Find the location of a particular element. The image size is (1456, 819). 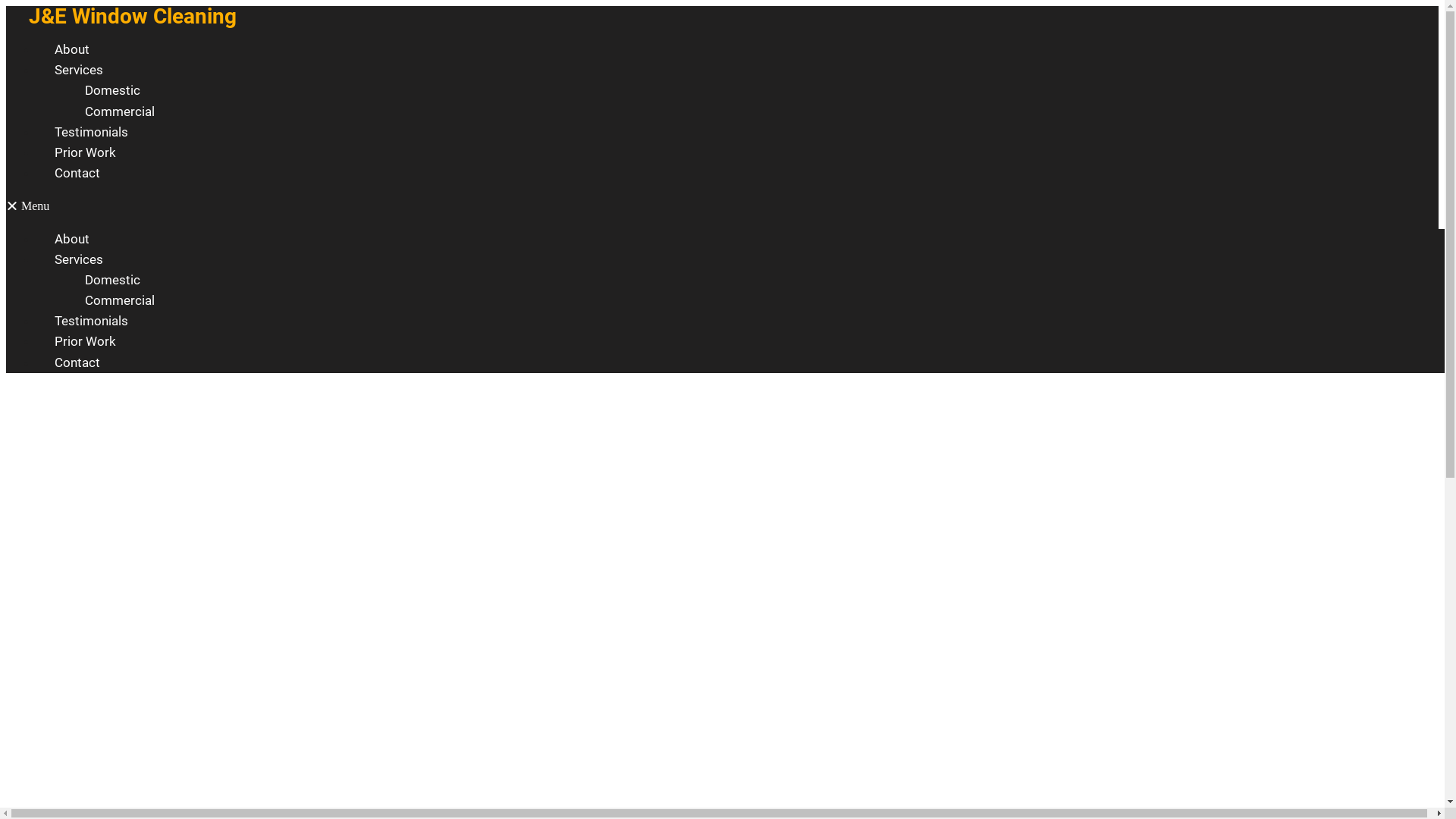

'Skip to content' is located at coordinates (5, 5).